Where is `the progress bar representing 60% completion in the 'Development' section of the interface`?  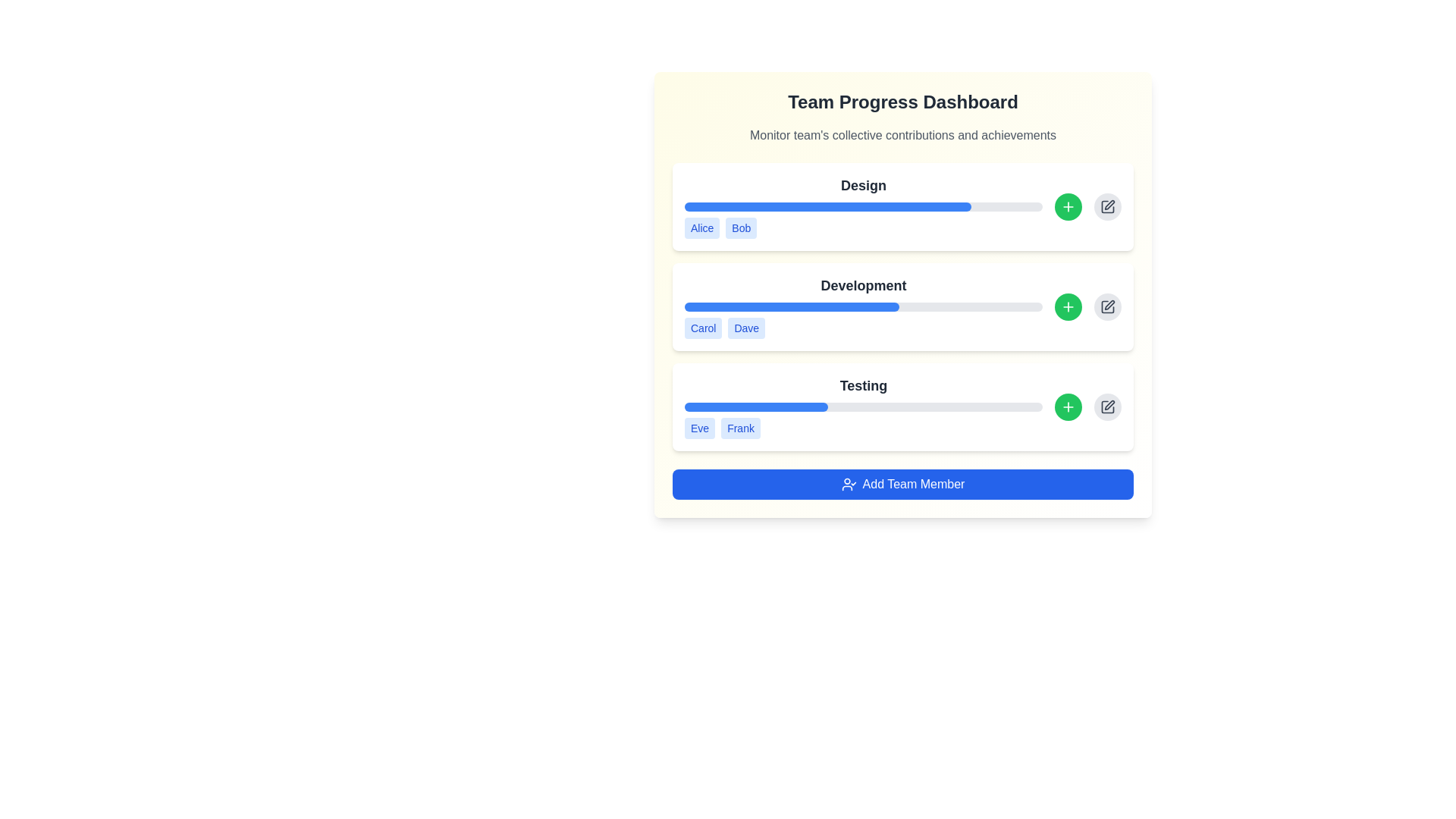
the progress bar representing 60% completion in the 'Development' section of the interface is located at coordinates (863, 307).